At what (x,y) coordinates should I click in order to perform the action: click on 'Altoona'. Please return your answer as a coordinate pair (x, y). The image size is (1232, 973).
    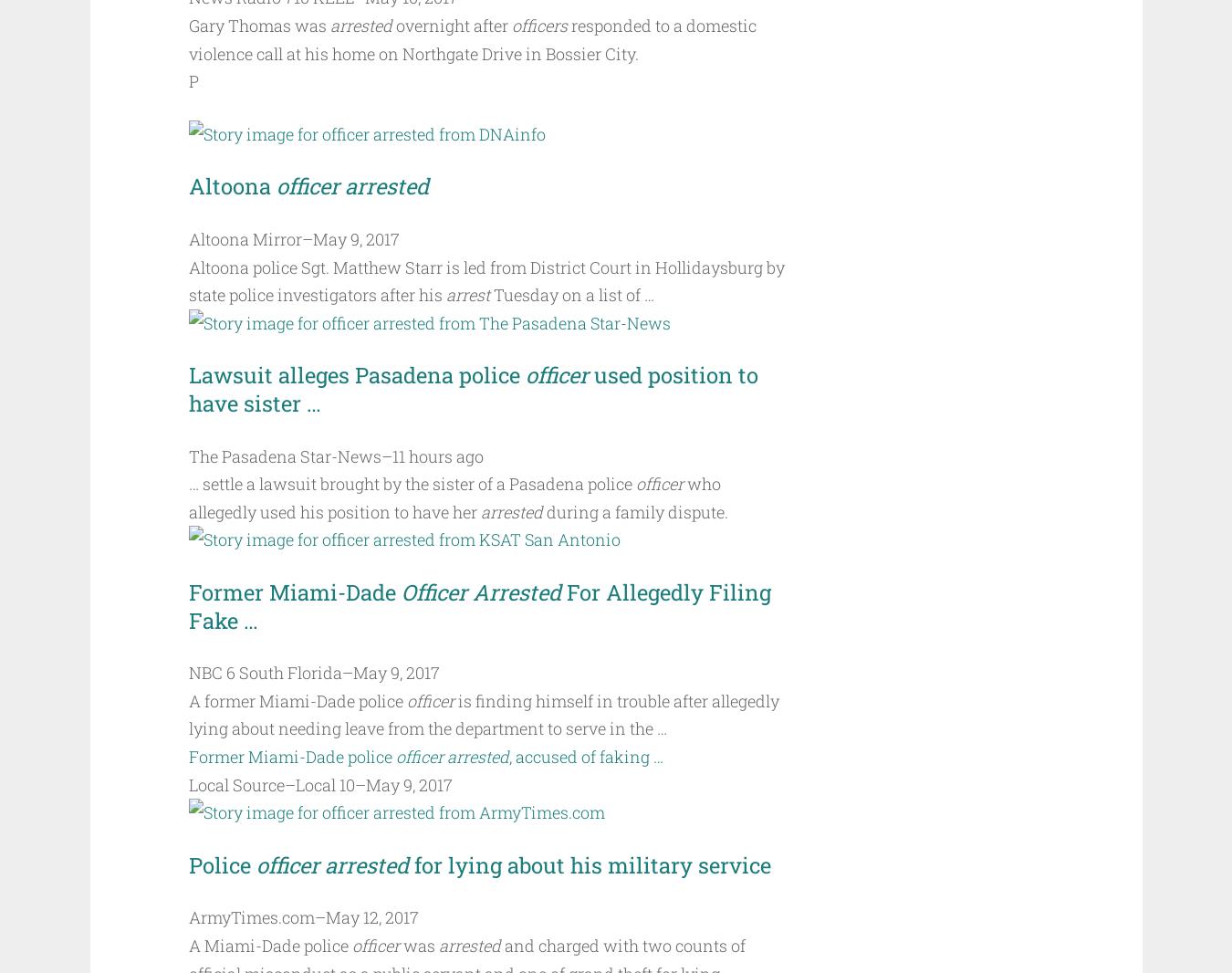
    Looking at the image, I should click on (230, 185).